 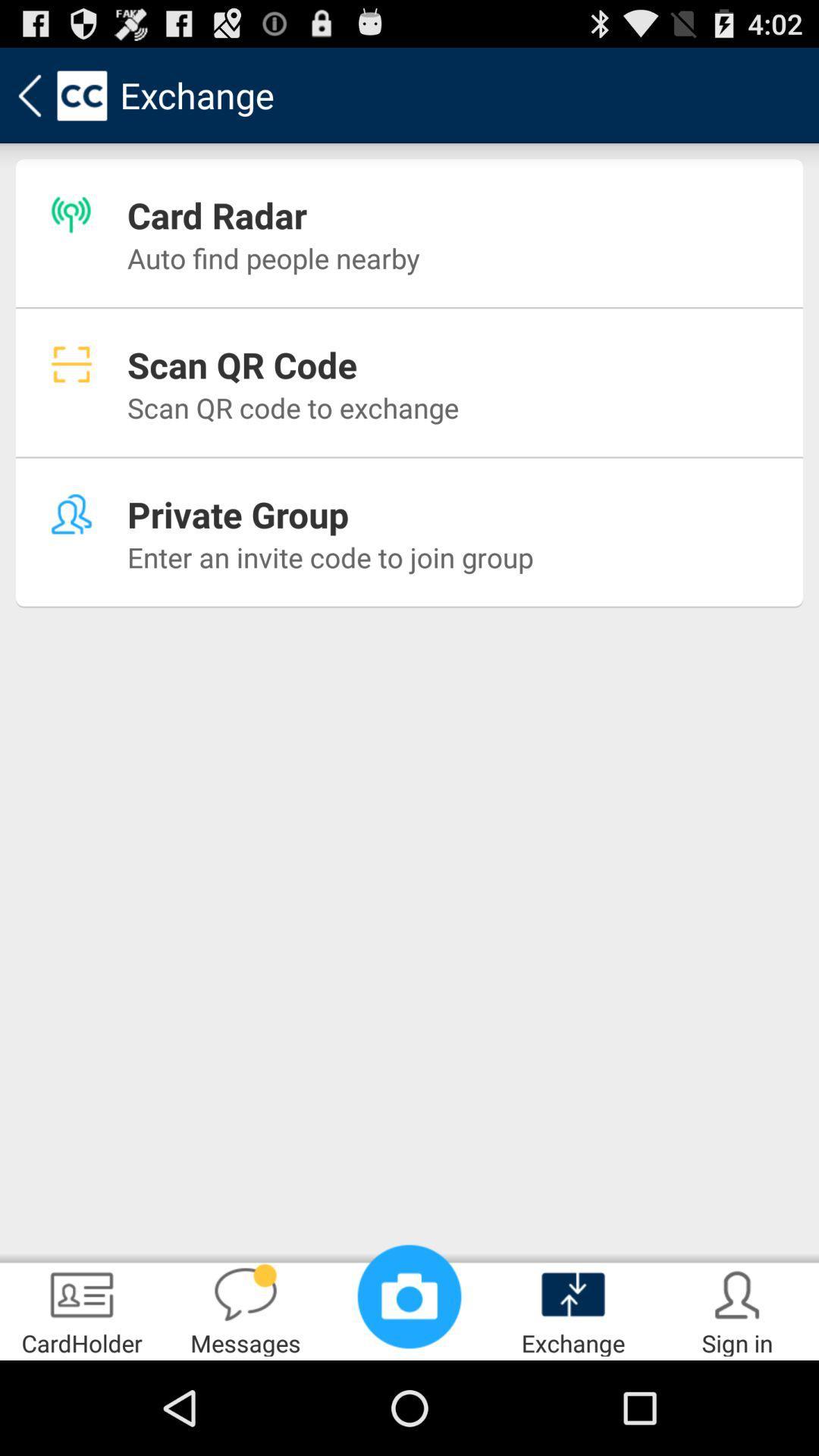 What do you see at coordinates (409, 1388) in the screenshot?
I see `the photo icon` at bounding box center [409, 1388].